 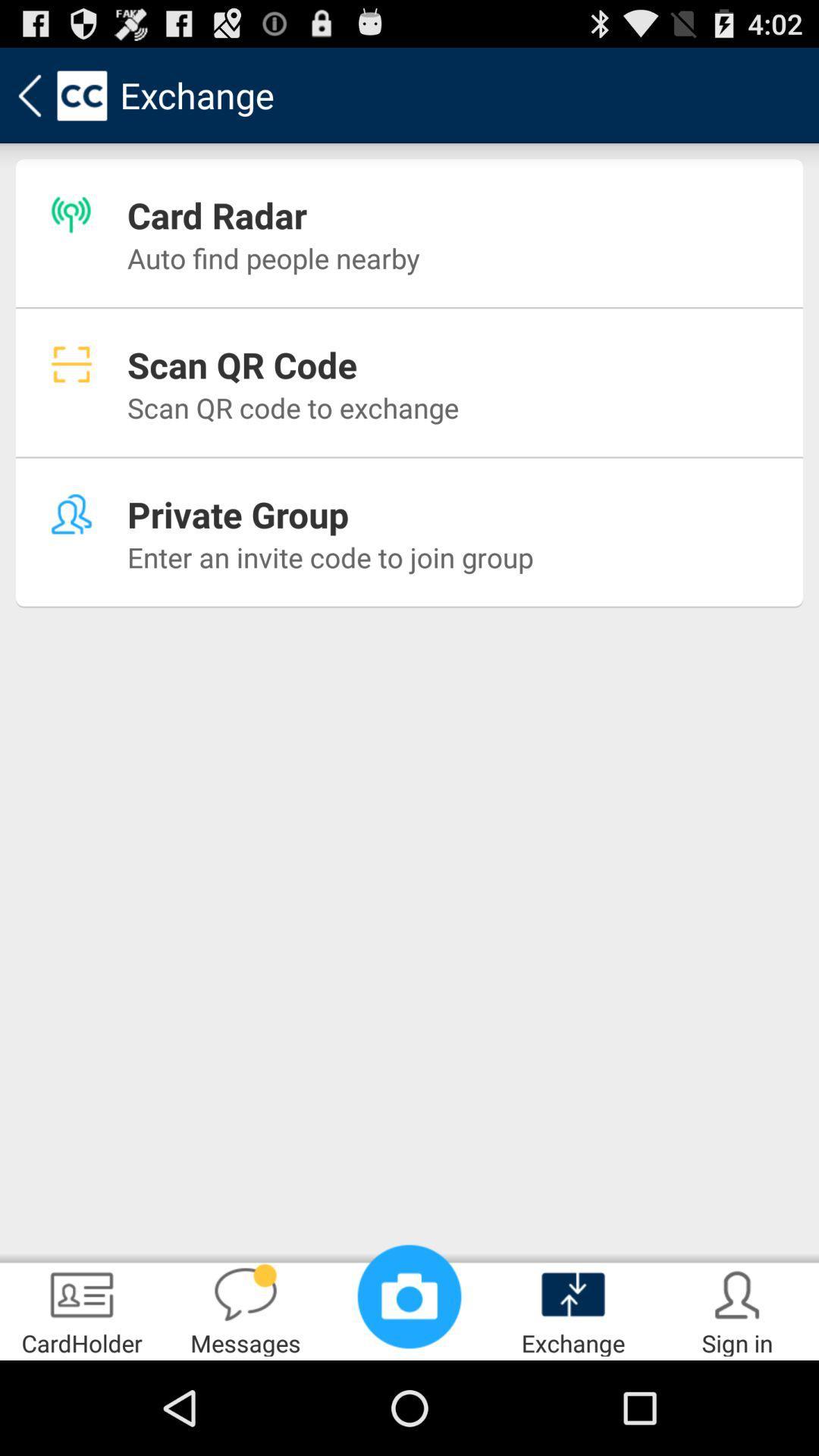 What do you see at coordinates (409, 1388) in the screenshot?
I see `the photo icon` at bounding box center [409, 1388].